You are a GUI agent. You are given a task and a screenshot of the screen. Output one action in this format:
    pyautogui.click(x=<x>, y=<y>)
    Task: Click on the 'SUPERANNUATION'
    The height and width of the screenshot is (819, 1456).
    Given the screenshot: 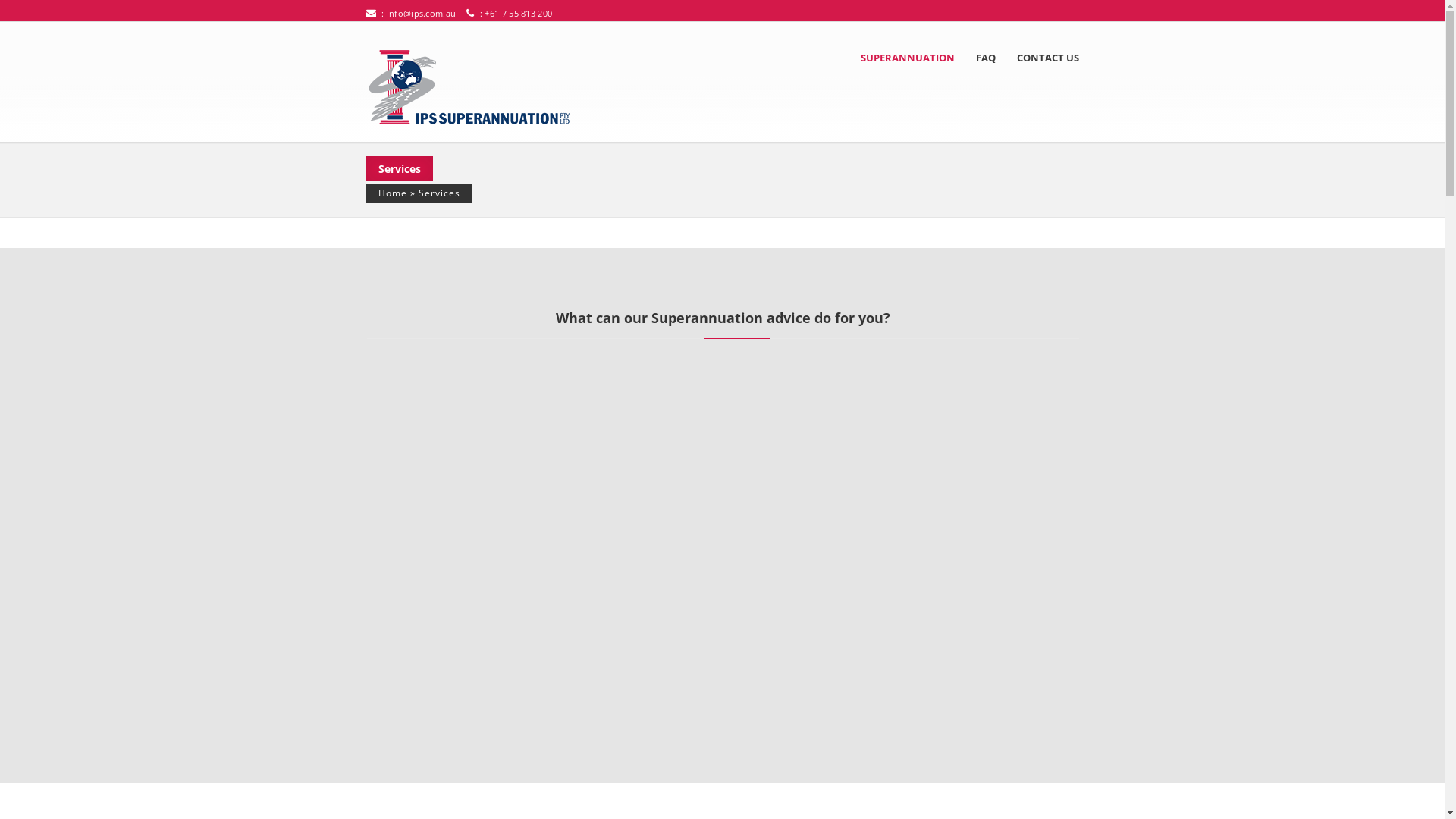 What is the action you would take?
    pyautogui.click(x=912, y=57)
    